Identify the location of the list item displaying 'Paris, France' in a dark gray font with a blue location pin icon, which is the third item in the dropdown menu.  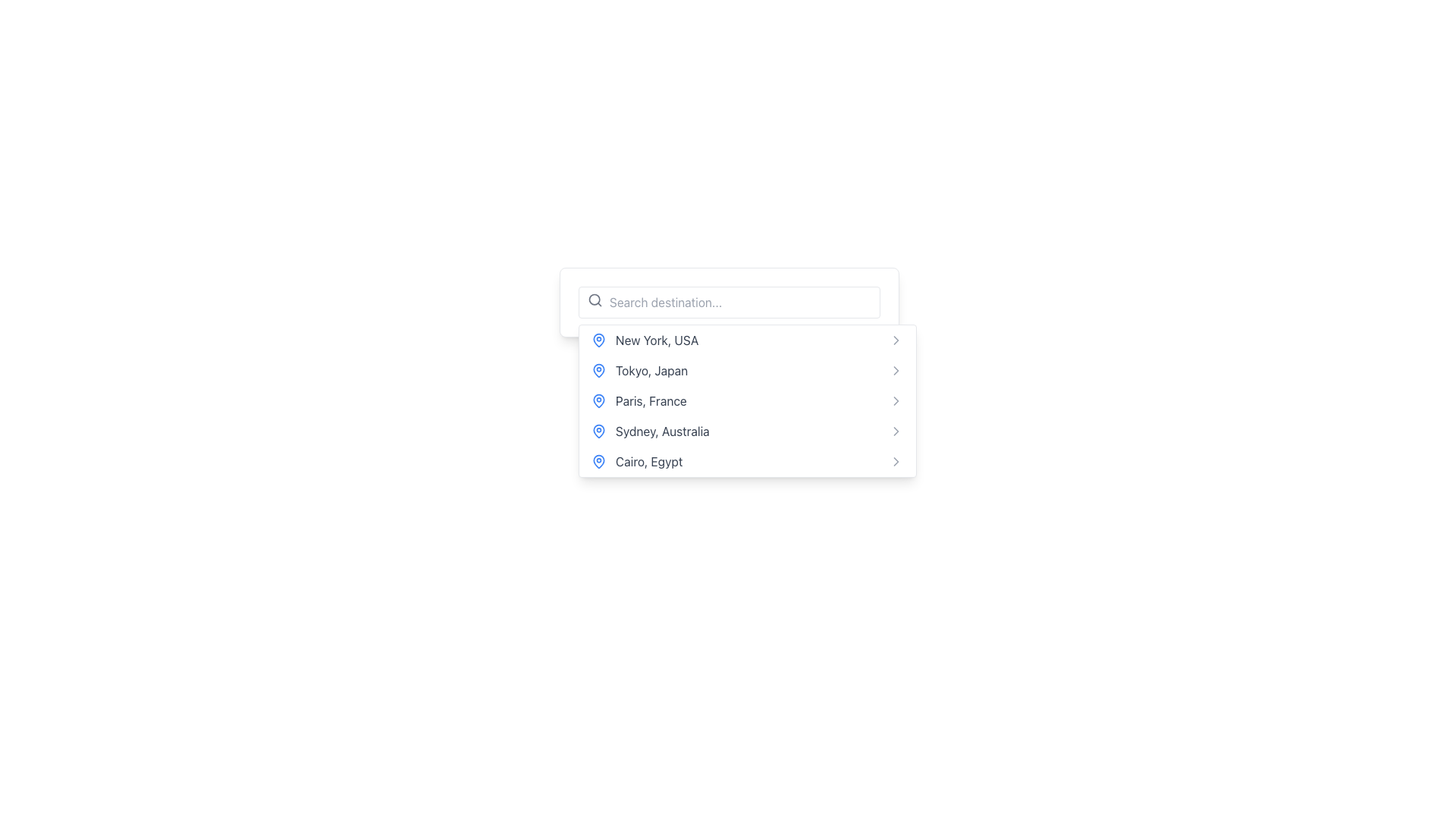
(639, 400).